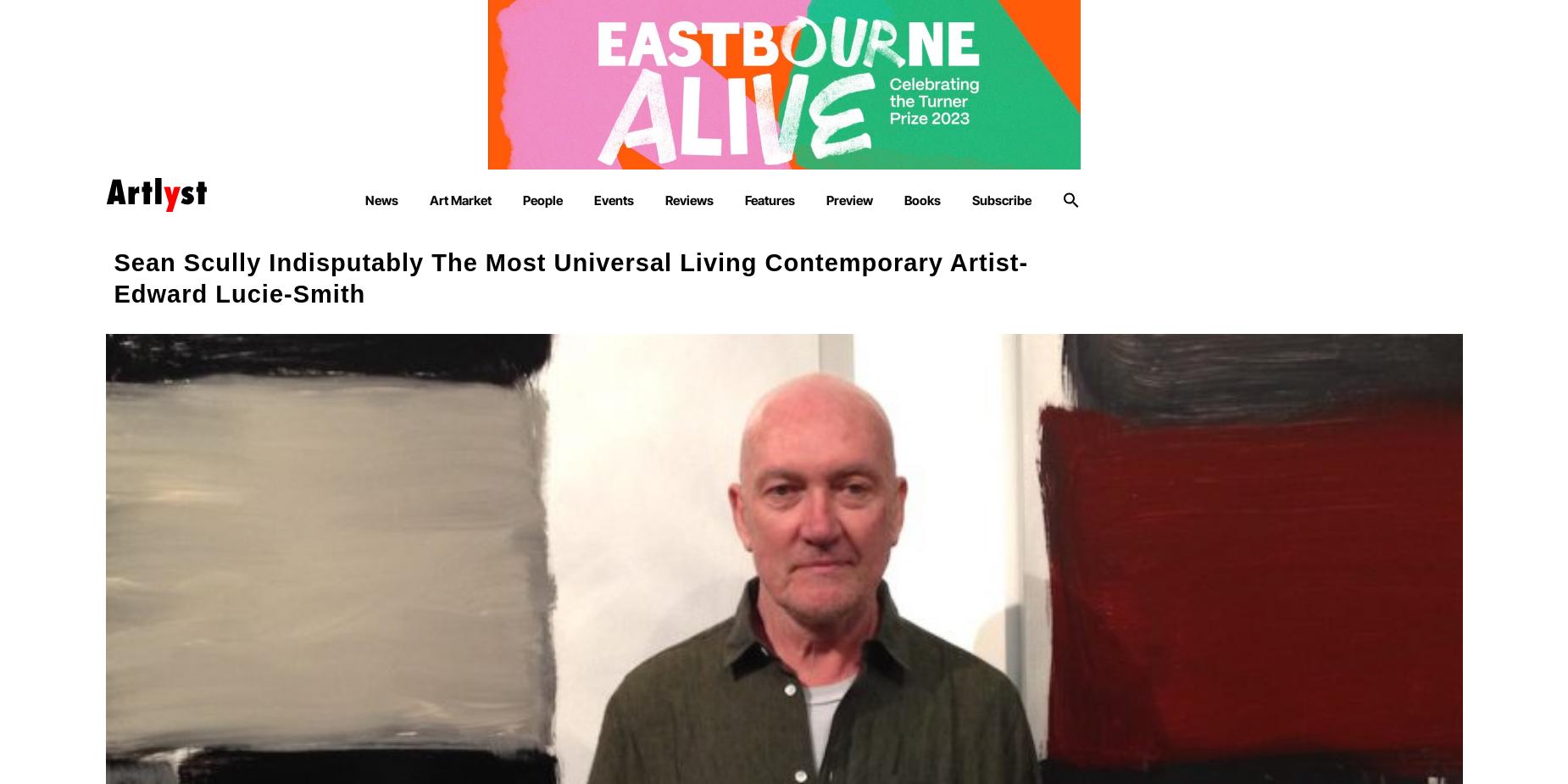 The image size is (1568, 784). I want to click on 'Preview', so click(848, 199).